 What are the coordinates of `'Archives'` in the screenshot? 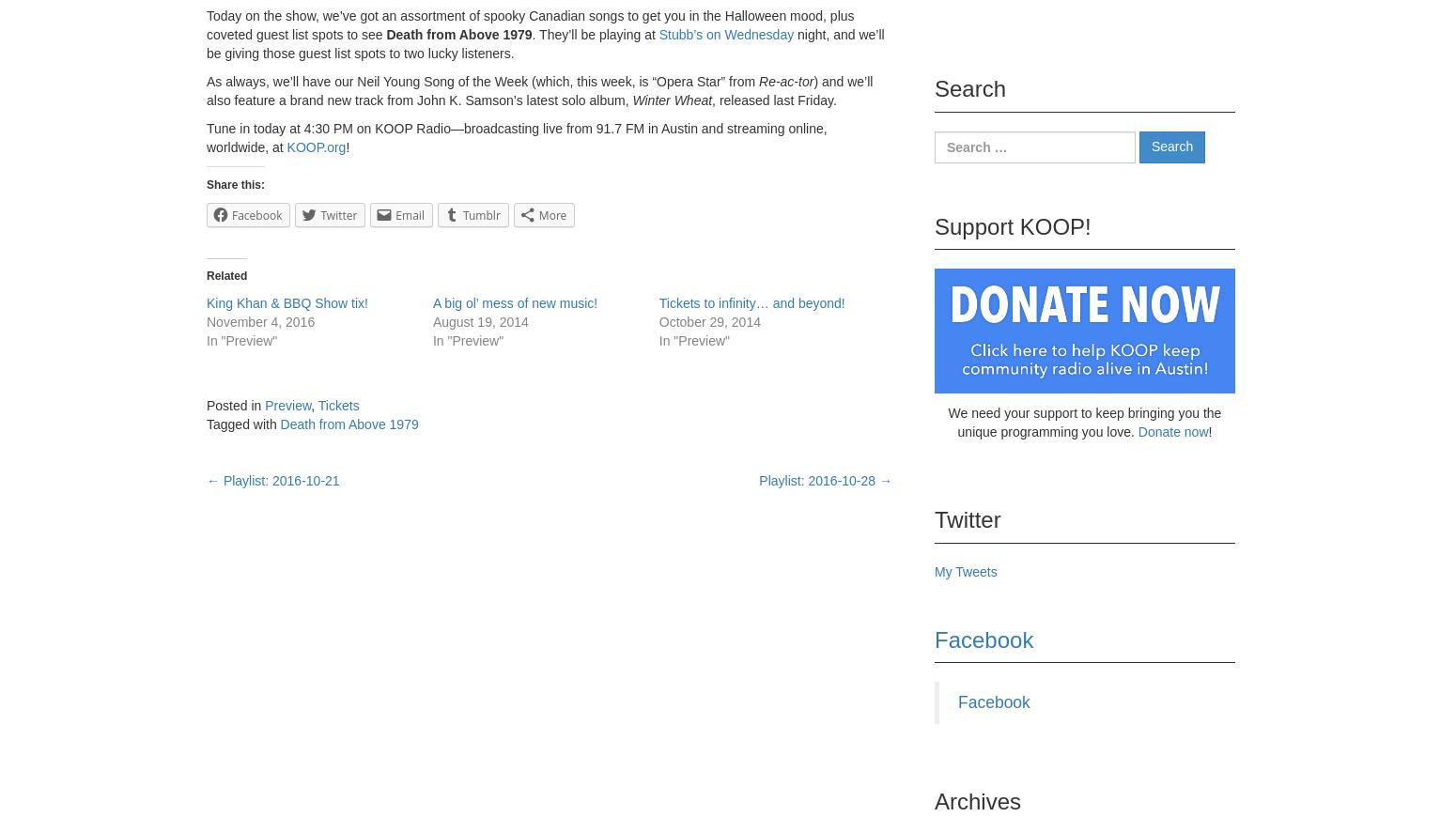 It's located at (933, 801).